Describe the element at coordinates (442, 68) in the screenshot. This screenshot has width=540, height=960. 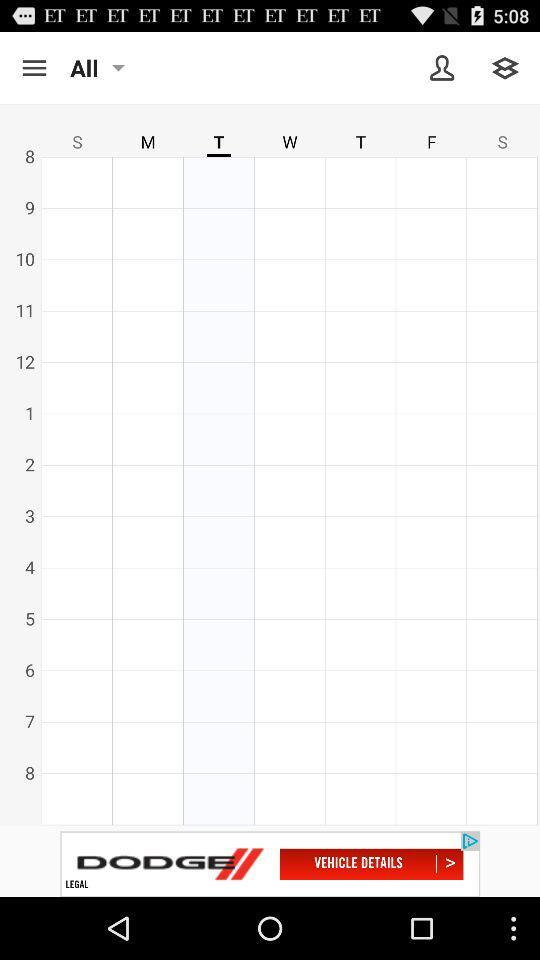
I see `show own profile` at that location.